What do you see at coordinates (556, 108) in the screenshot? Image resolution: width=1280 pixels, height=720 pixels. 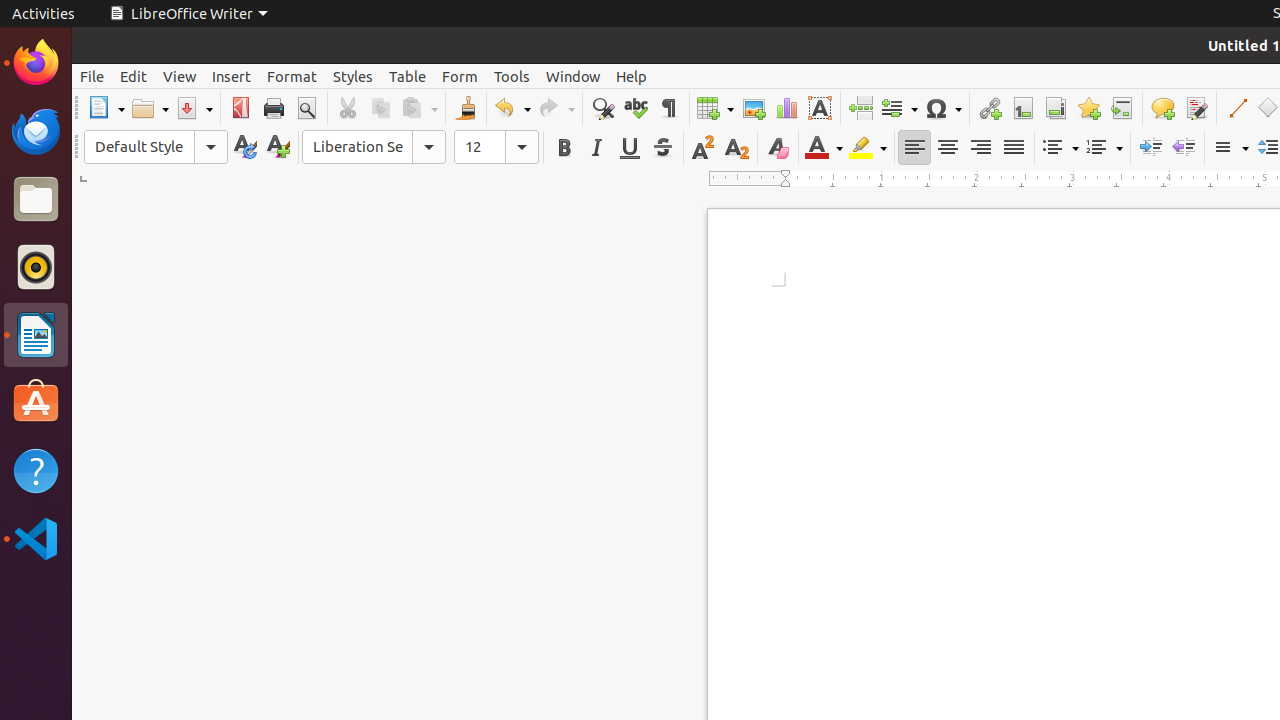 I see `'Redo'` at bounding box center [556, 108].